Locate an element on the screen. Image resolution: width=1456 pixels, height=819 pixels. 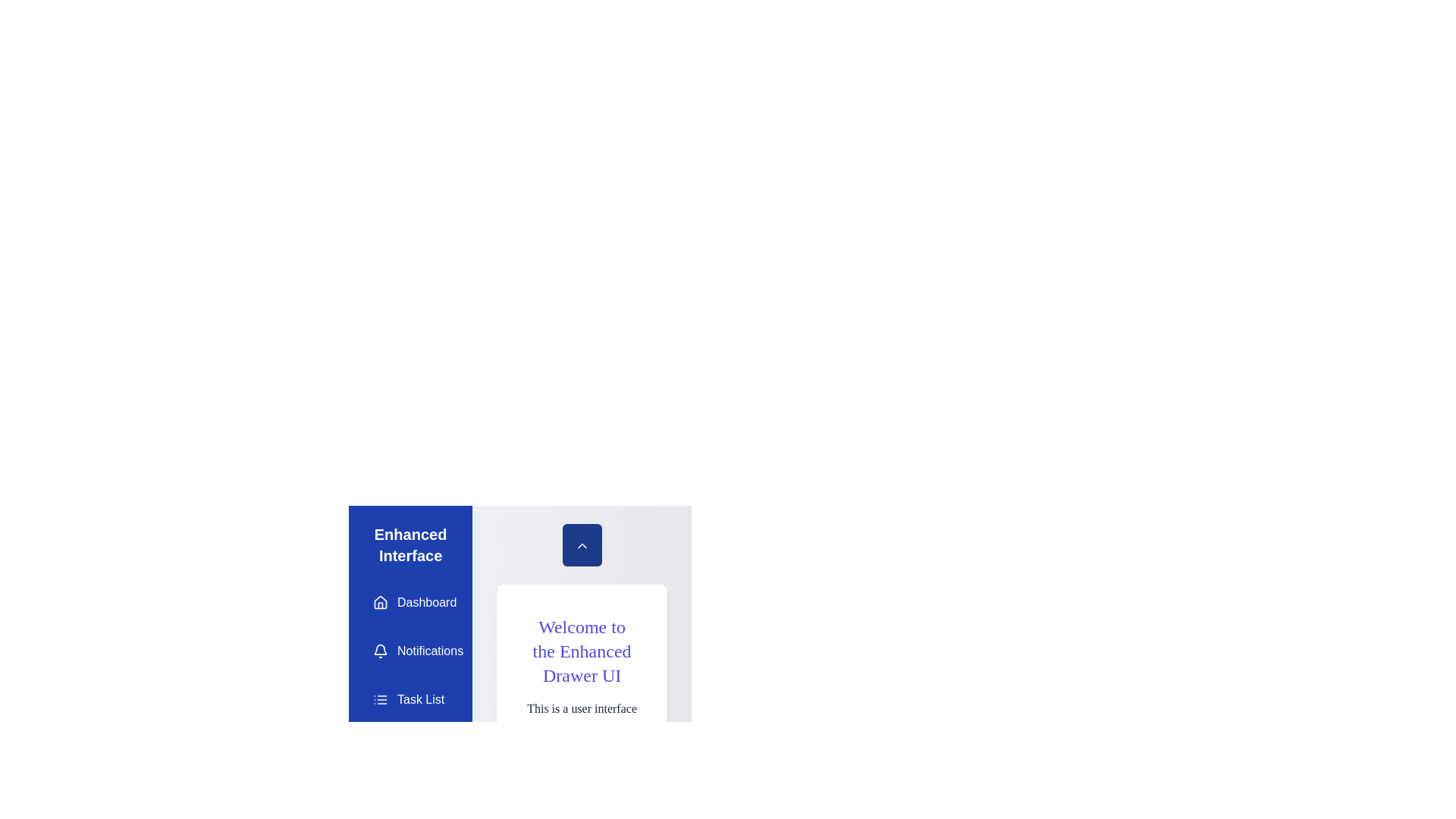
the text 'Welcome to the Enhanced Drawer UI' in the main content area is located at coordinates (527, 614).